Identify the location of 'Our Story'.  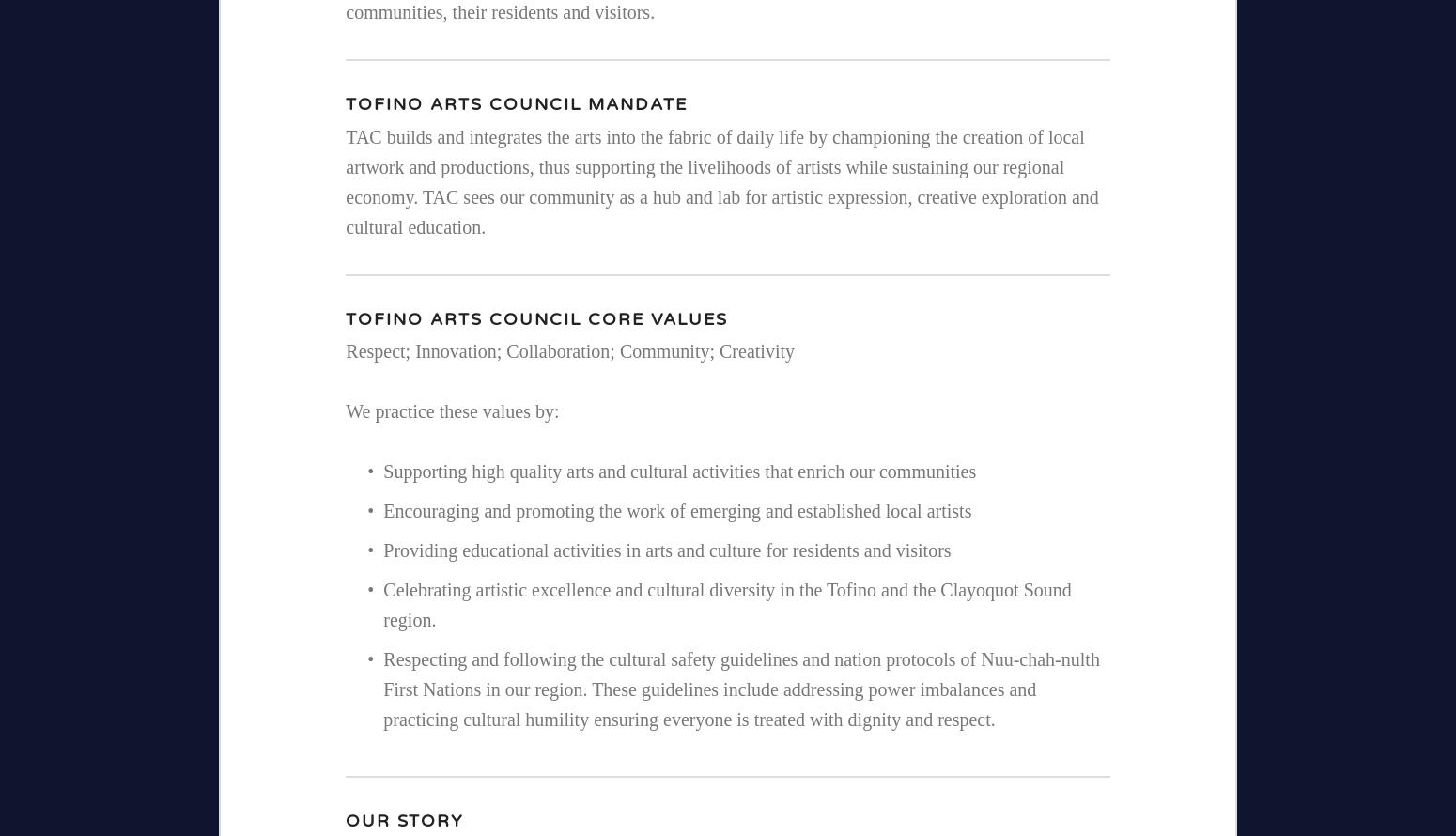
(405, 819).